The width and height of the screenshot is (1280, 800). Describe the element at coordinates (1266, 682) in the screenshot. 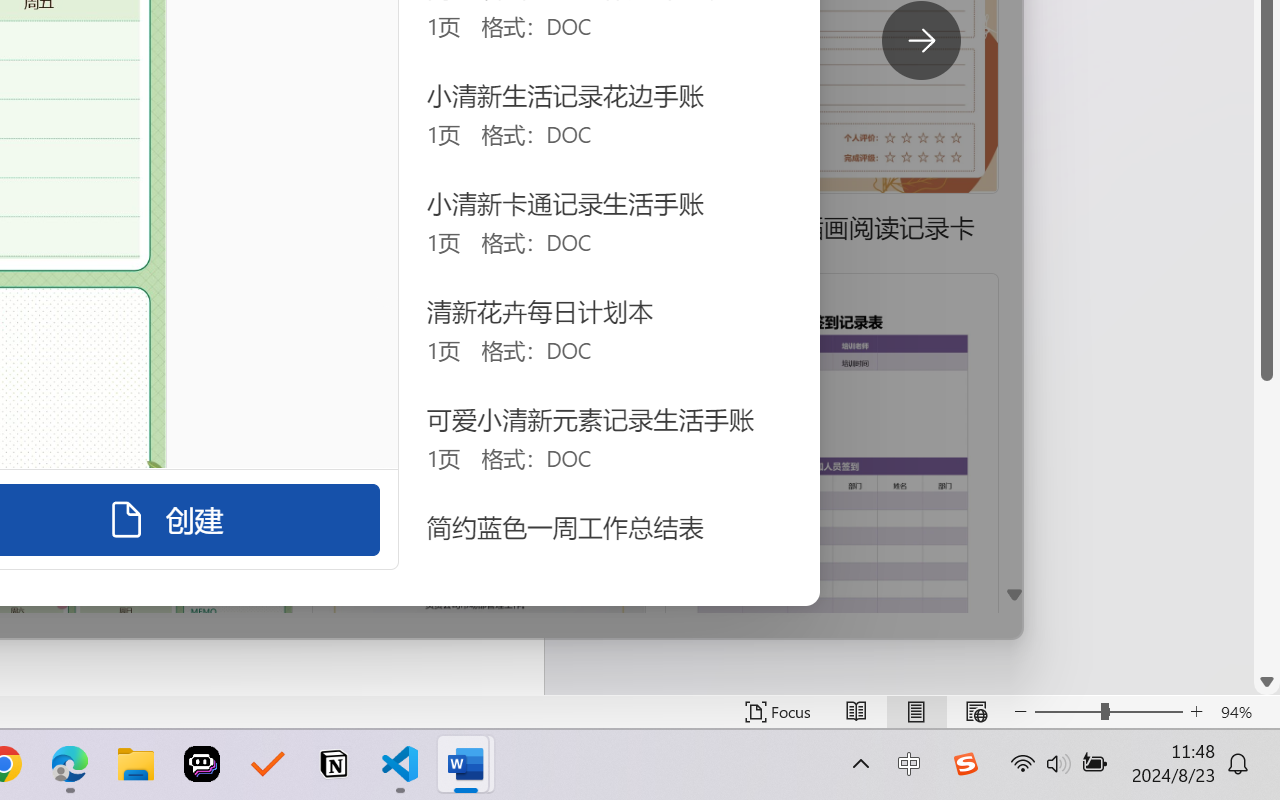

I see `'Line down'` at that location.